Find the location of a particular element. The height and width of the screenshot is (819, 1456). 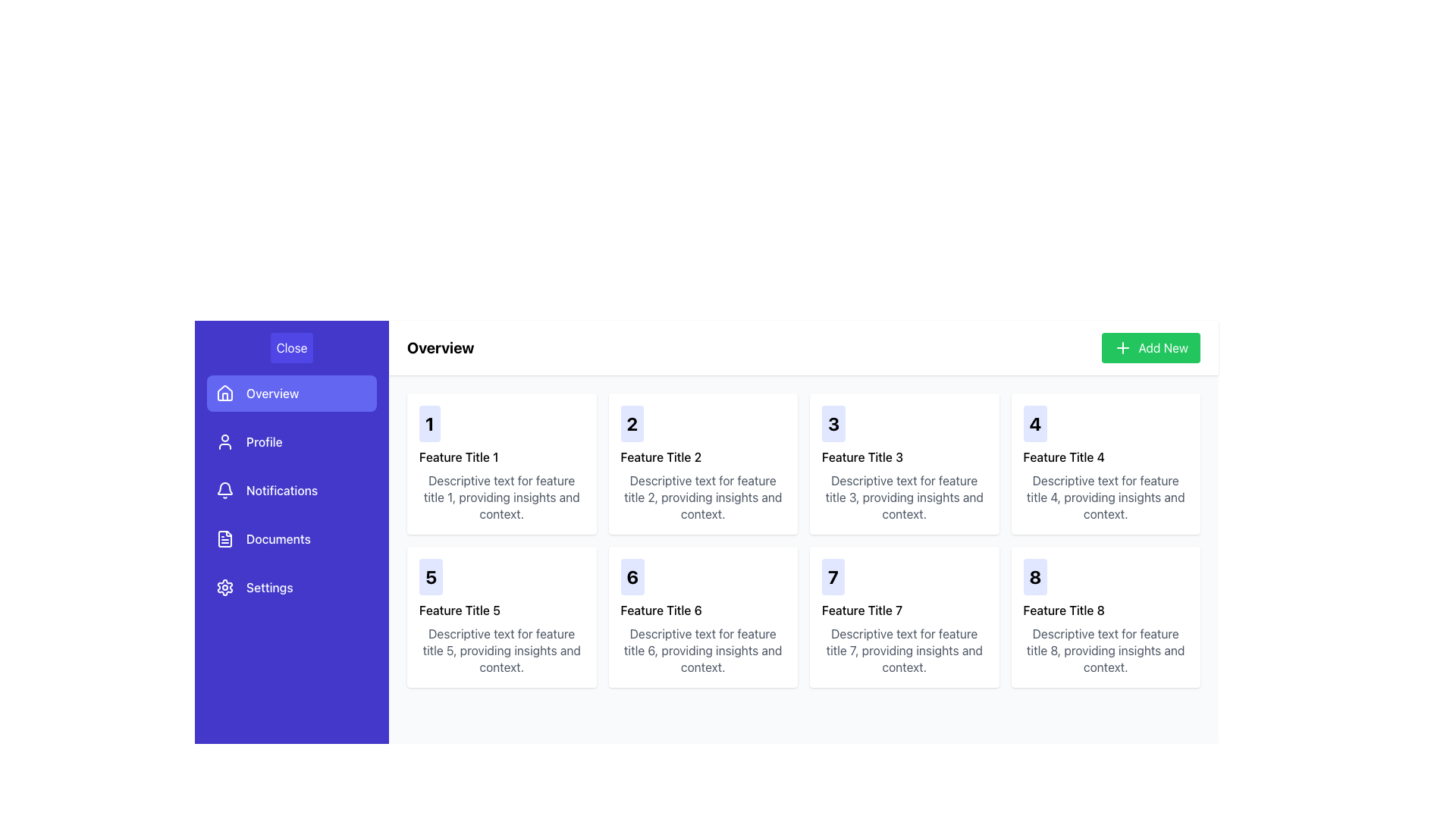

the card component displaying 'Feature Title 1', which is the first card in the grid layout is located at coordinates (501, 463).